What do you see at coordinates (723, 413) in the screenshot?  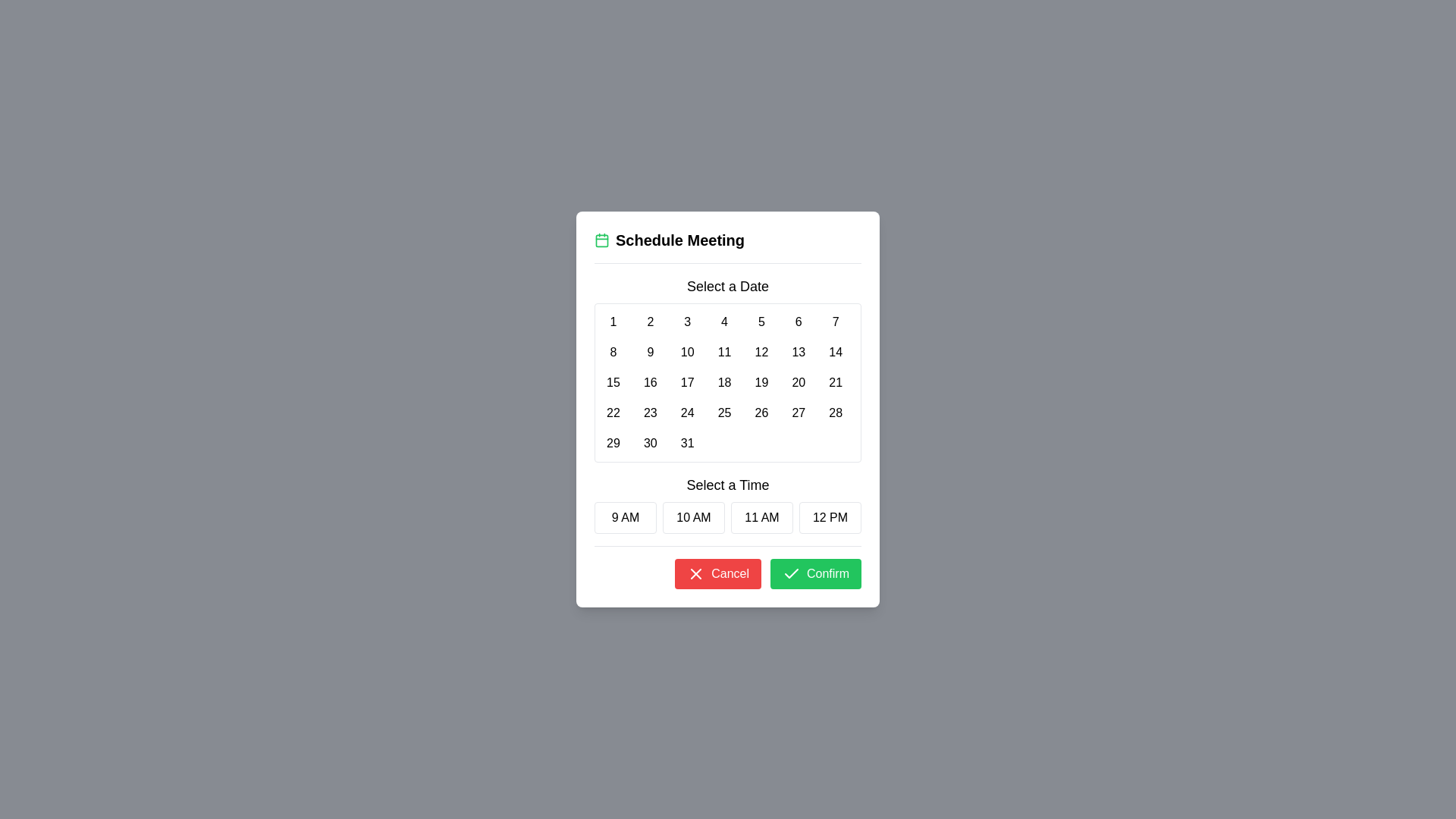 I see `the button displaying the number '25' located in the fourth row and fourth column of the calendar grid under the 'Select a Date' header in the 'Schedule Meeting' modal to activate its hover styling` at bounding box center [723, 413].